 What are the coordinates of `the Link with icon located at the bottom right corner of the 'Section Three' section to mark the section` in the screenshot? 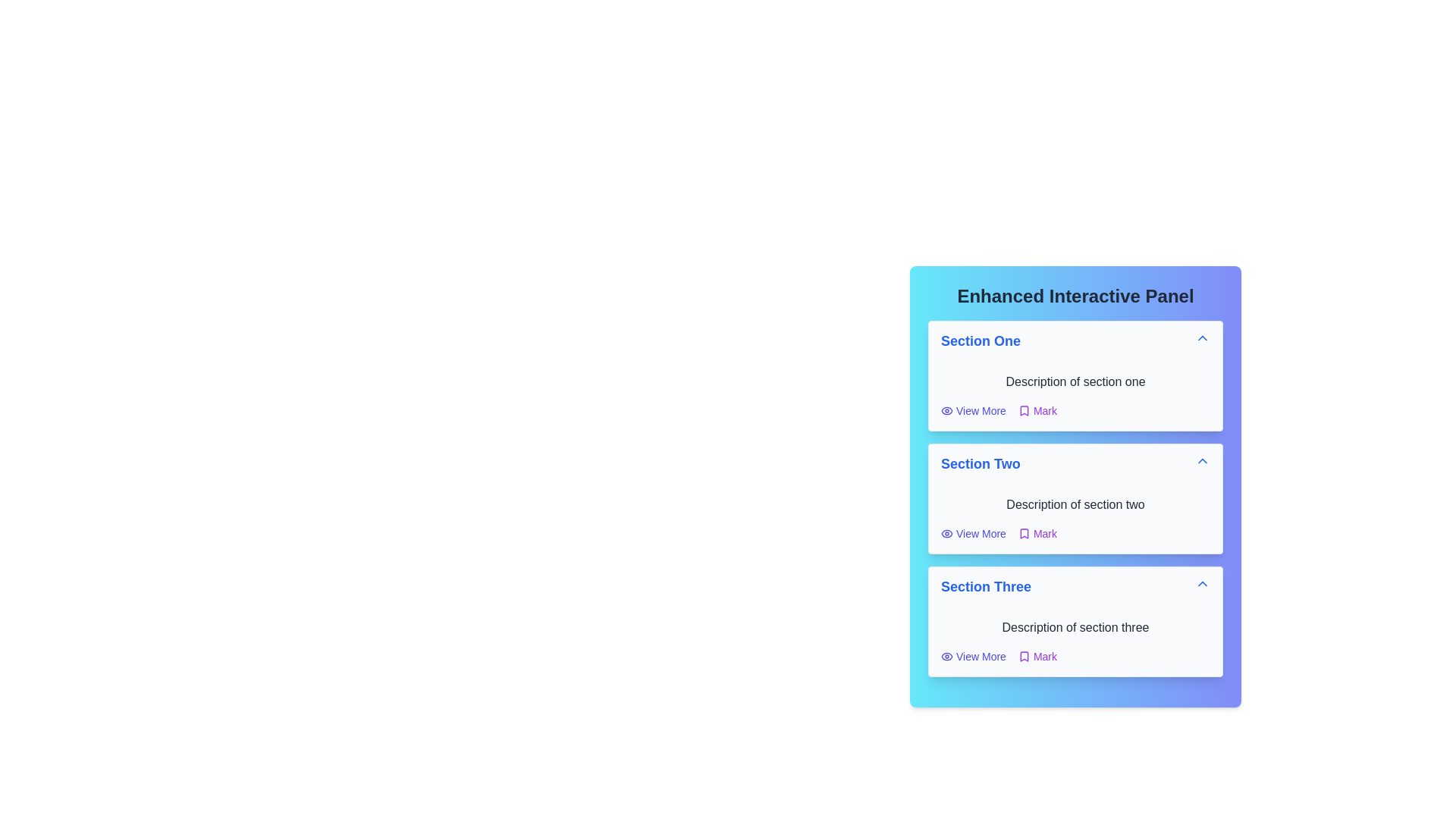 It's located at (1037, 656).